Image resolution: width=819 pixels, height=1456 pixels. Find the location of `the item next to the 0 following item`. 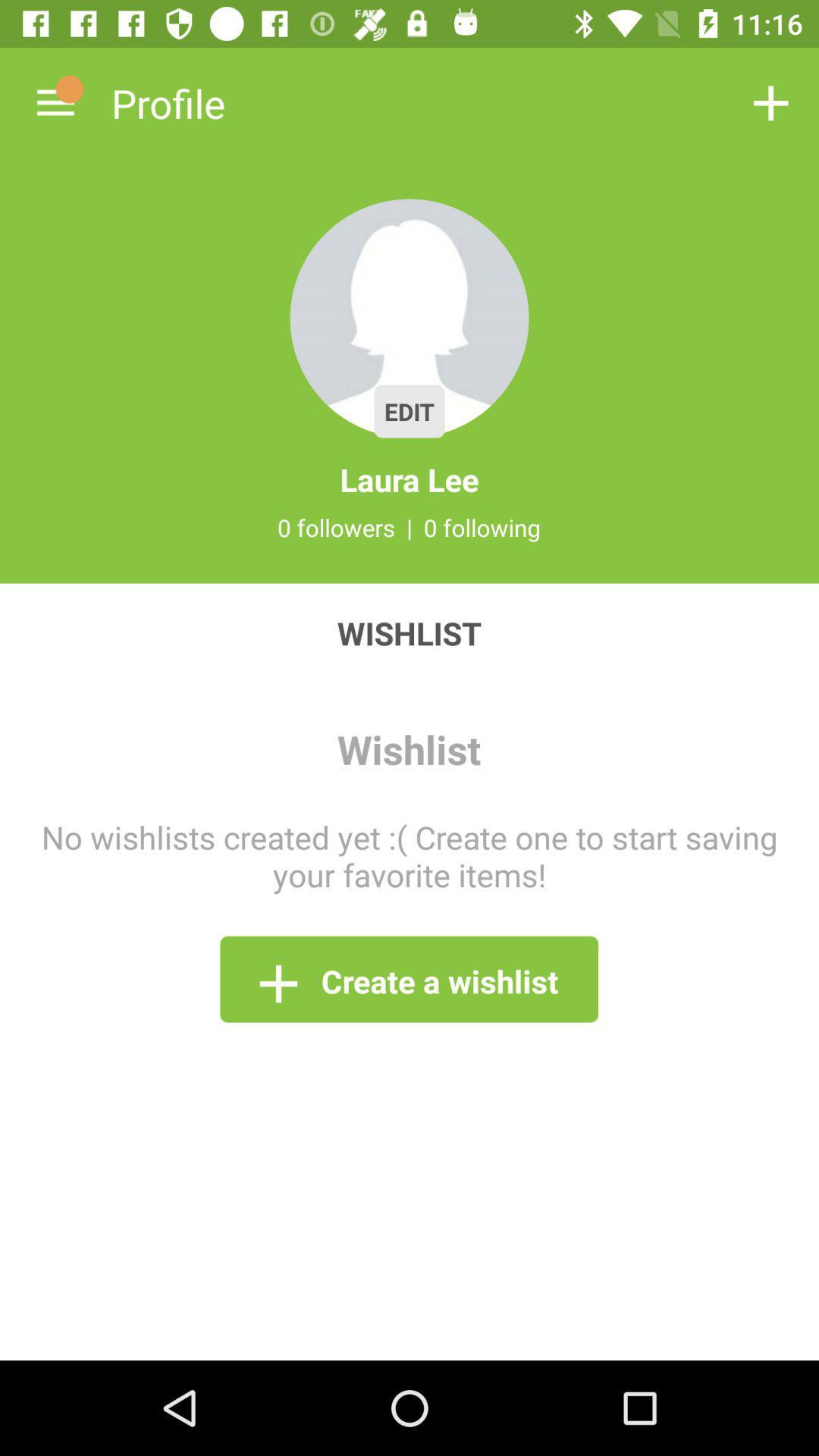

the item next to the 0 following item is located at coordinates (409, 527).